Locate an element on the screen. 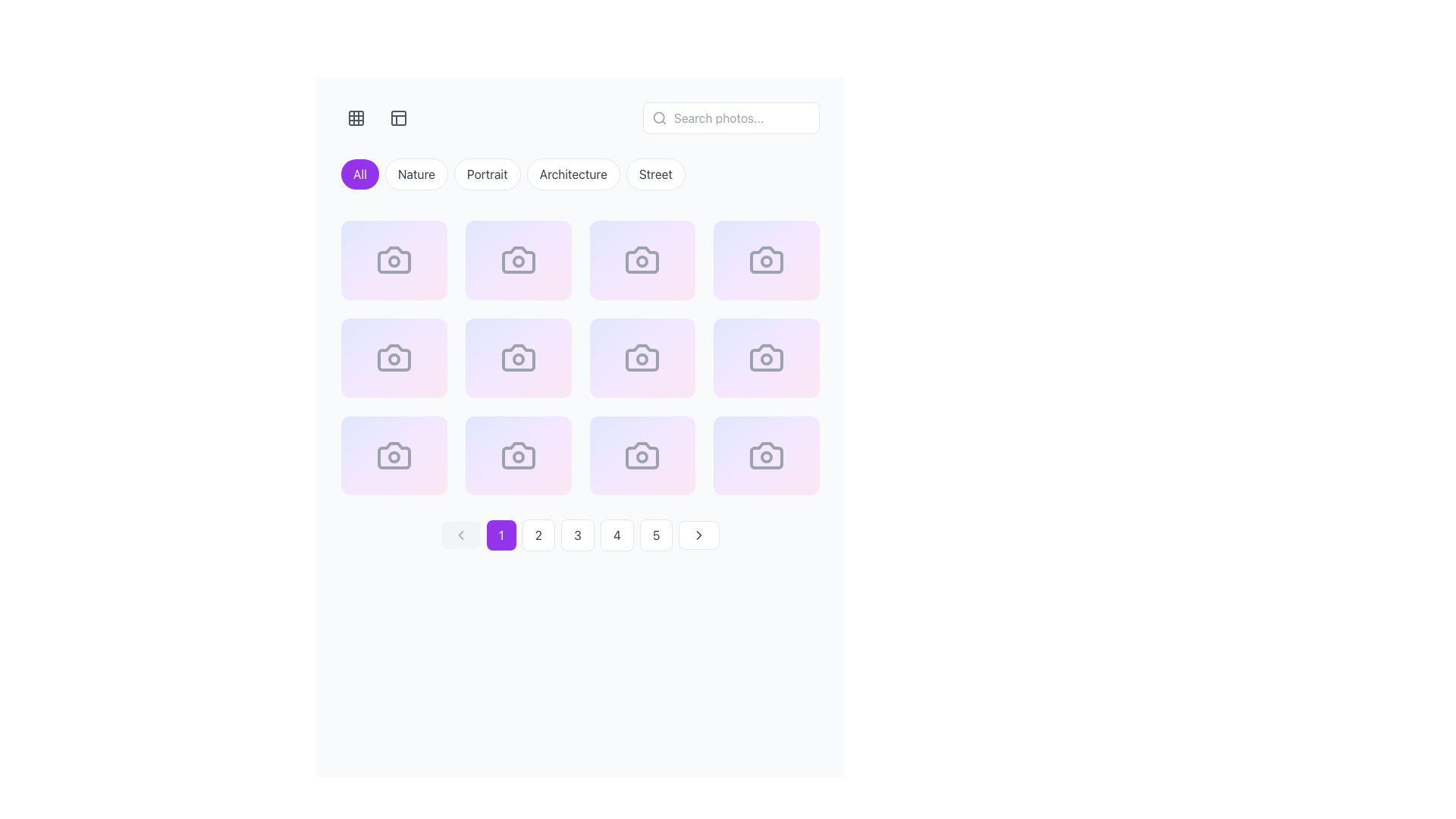 The image size is (1456, 819). the camera icon with rounded lines and a circular lens, located in the second row, third column of a 3x4 grid layout is located at coordinates (394, 358).